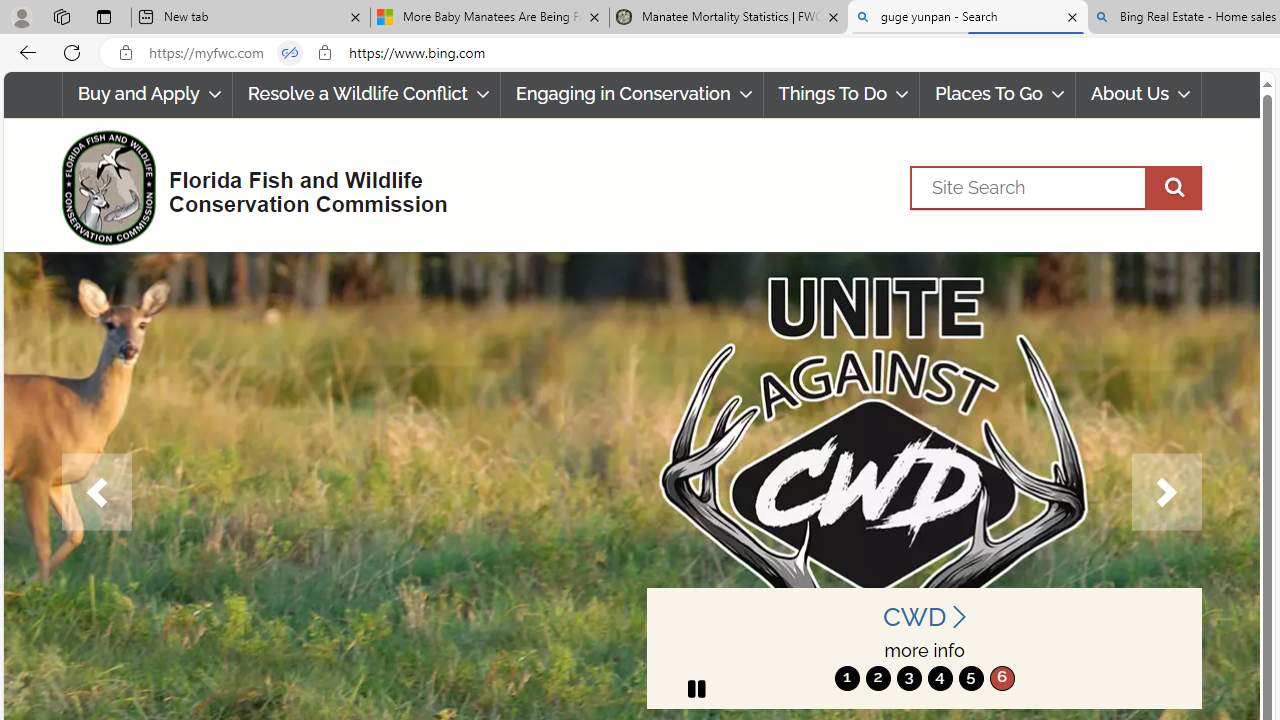  I want to click on 'Tab actions menu', so click(103, 16).